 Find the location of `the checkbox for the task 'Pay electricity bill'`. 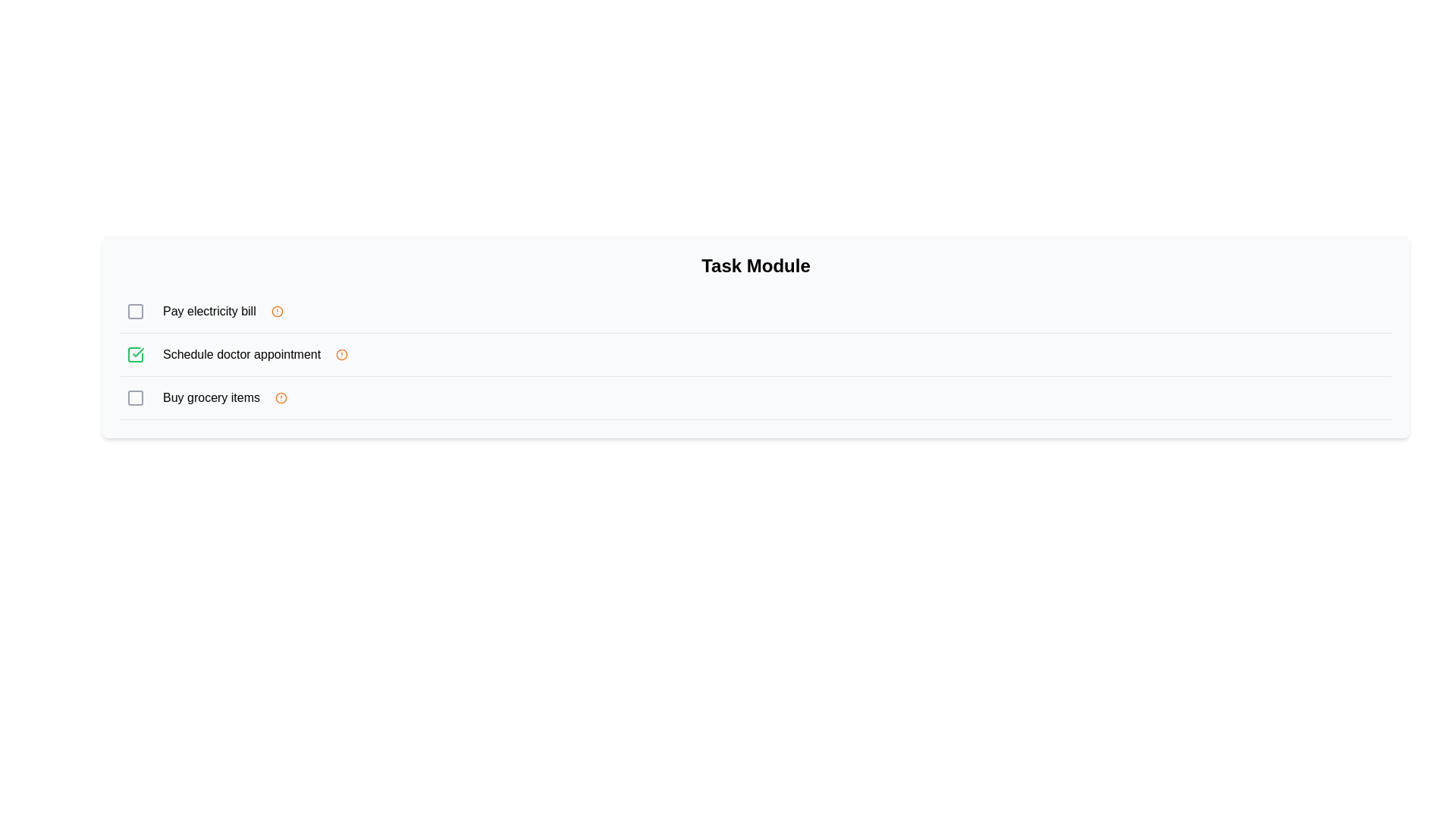

the checkbox for the task 'Pay electricity bill' is located at coordinates (135, 311).